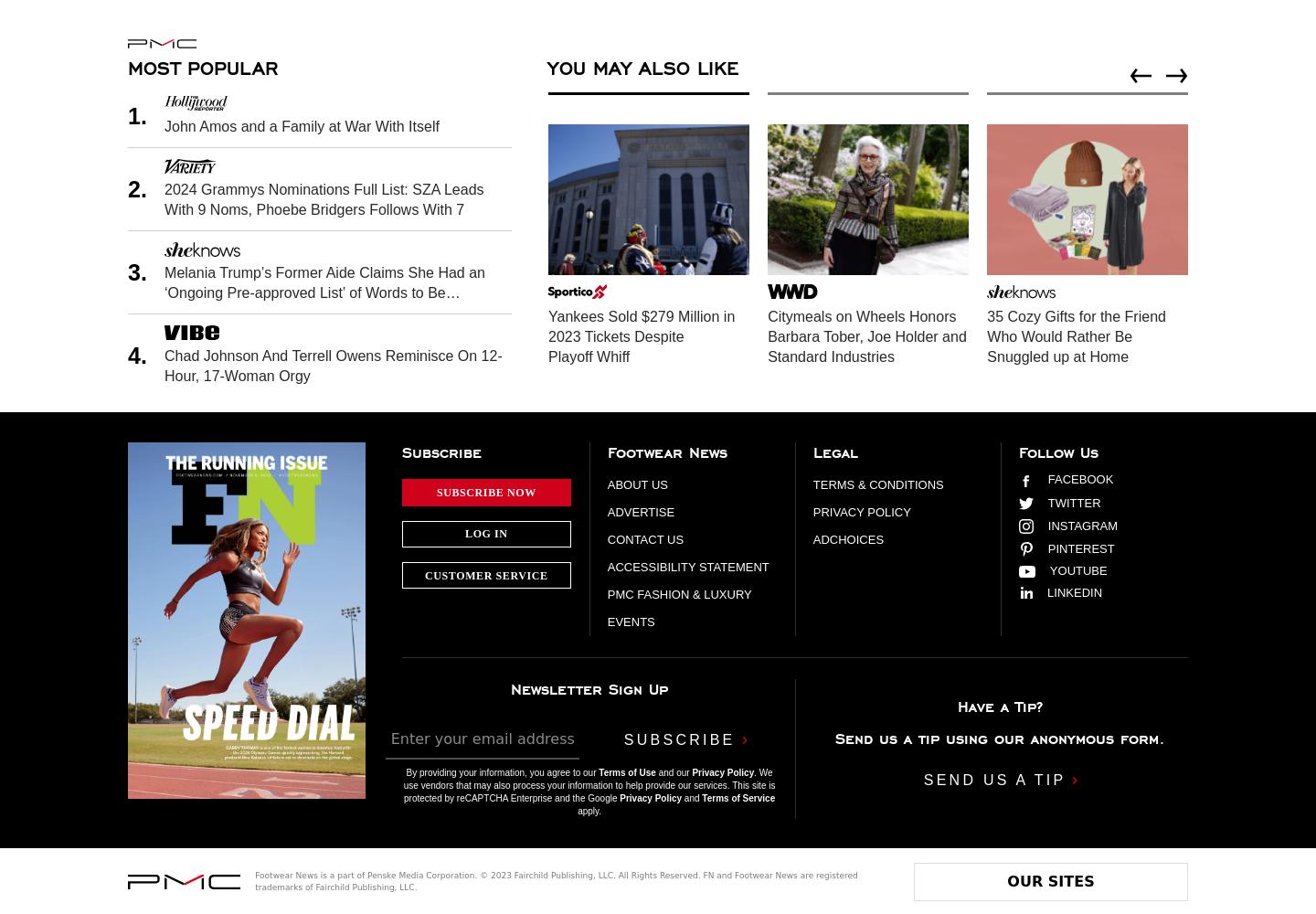 Image resolution: width=1316 pixels, height=914 pixels. Describe the element at coordinates (136, 188) in the screenshot. I see `'2.'` at that location.